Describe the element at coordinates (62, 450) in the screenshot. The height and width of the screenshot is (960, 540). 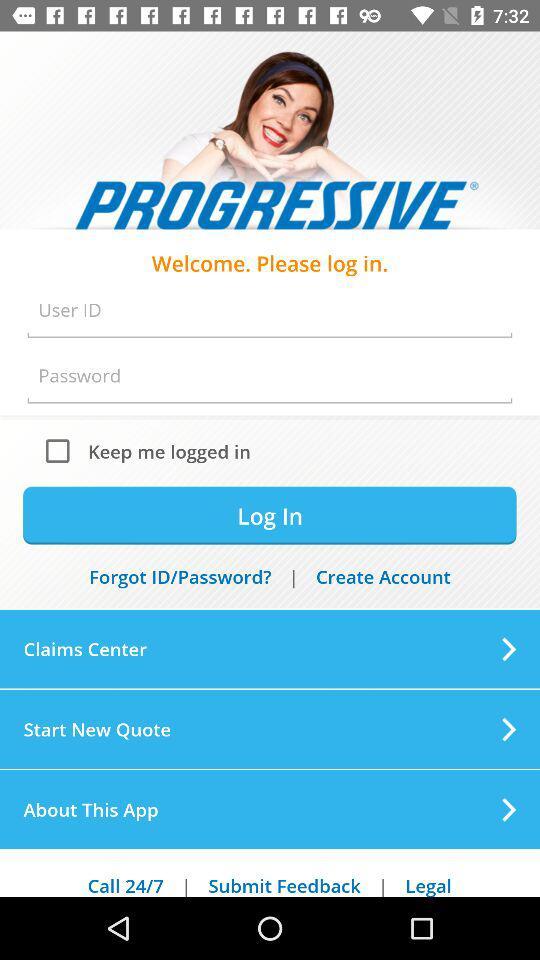
I see `stay logged in` at that location.